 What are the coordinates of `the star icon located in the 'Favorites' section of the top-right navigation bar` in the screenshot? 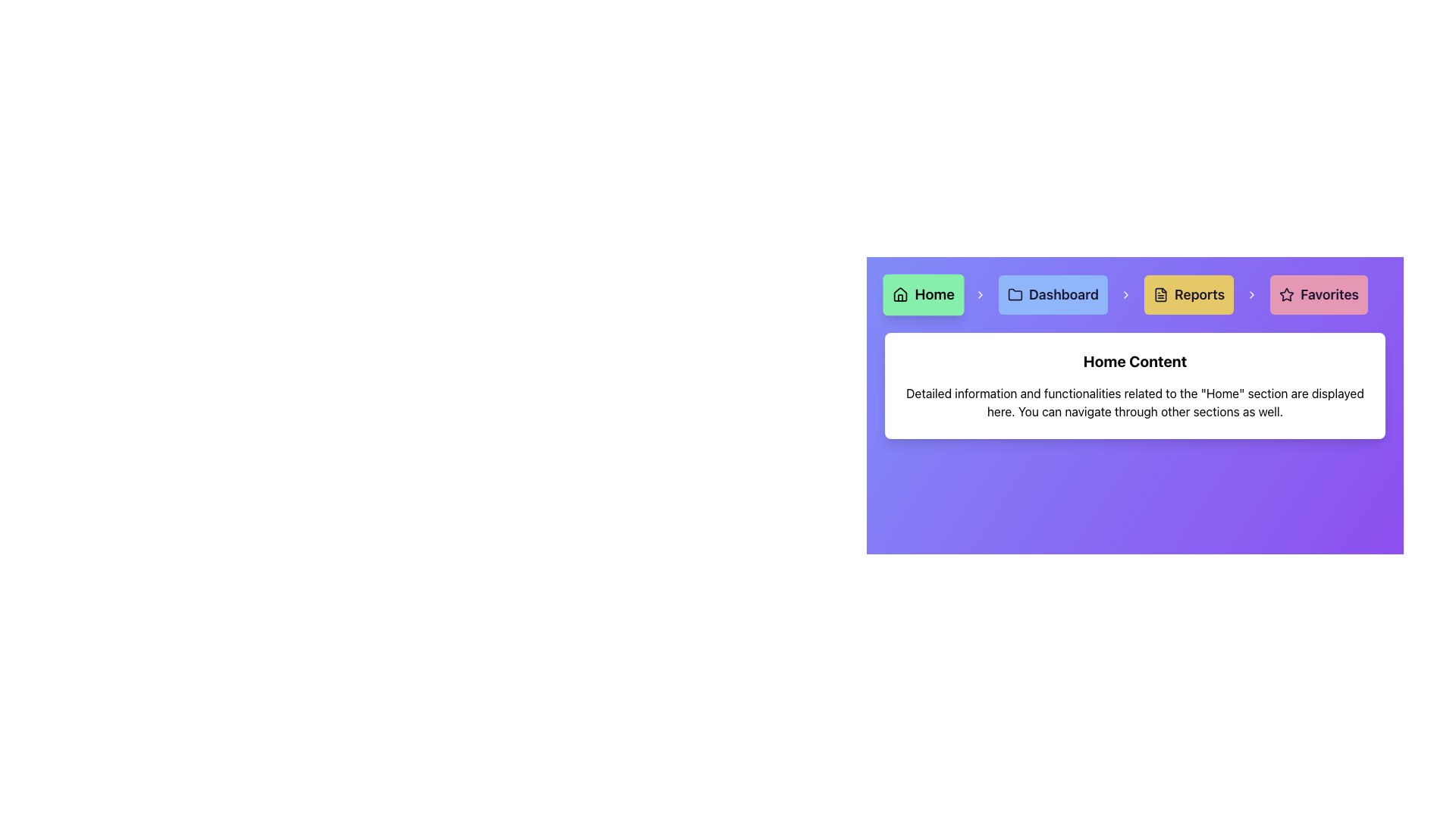 It's located at (1286, 294).